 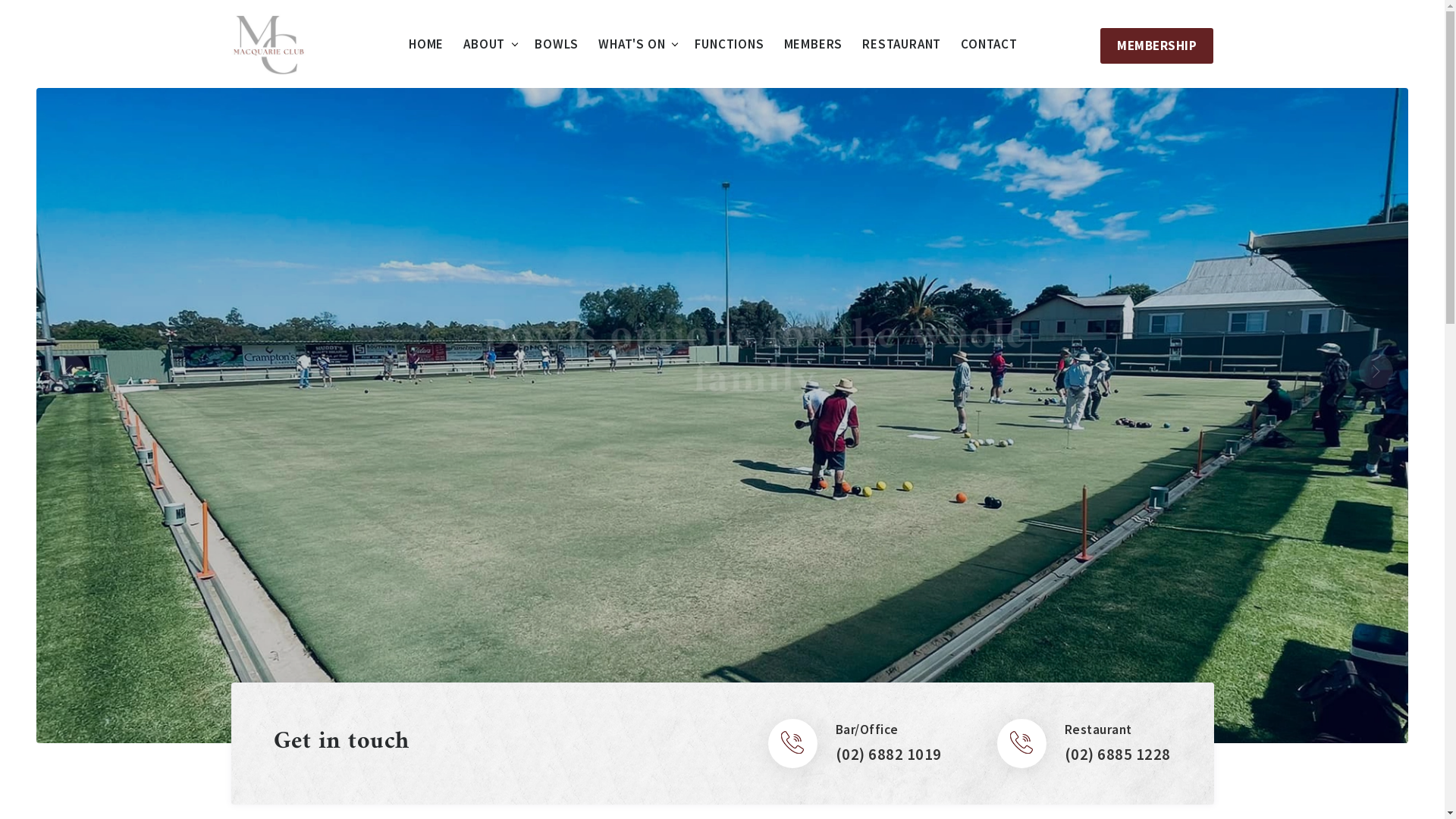 I want to click on 'RESTAURANT', so click(x=902, y=43).